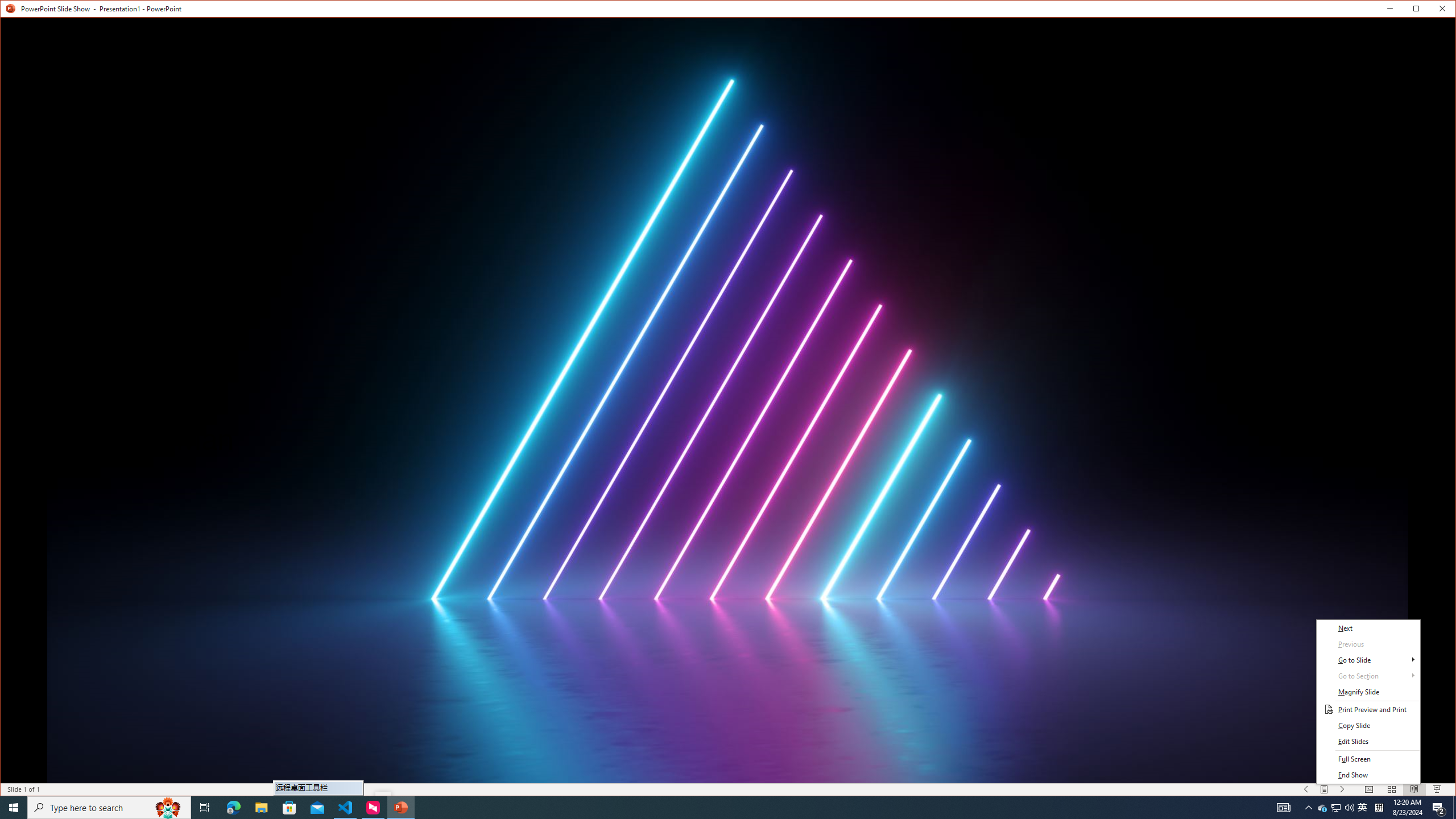 The width and height of the screenshot is (1456, 819). What do you see at coordinates (1368, 701) in the screenshot?
I see `'Context Menu'` at bounding box center [1368, 701].